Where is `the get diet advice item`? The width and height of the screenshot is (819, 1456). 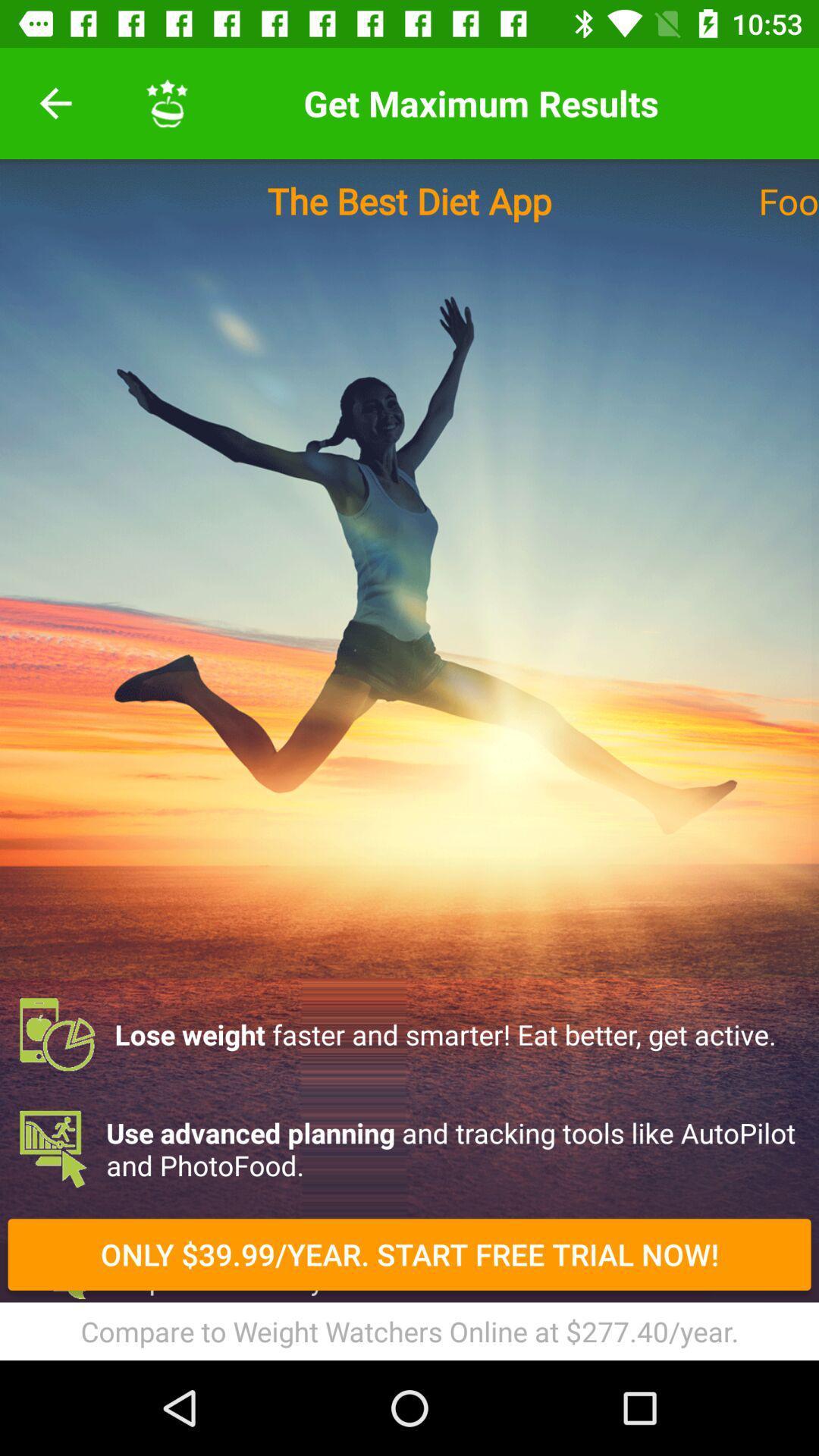
the get diet advice item is located at coordinates (409, 1263).